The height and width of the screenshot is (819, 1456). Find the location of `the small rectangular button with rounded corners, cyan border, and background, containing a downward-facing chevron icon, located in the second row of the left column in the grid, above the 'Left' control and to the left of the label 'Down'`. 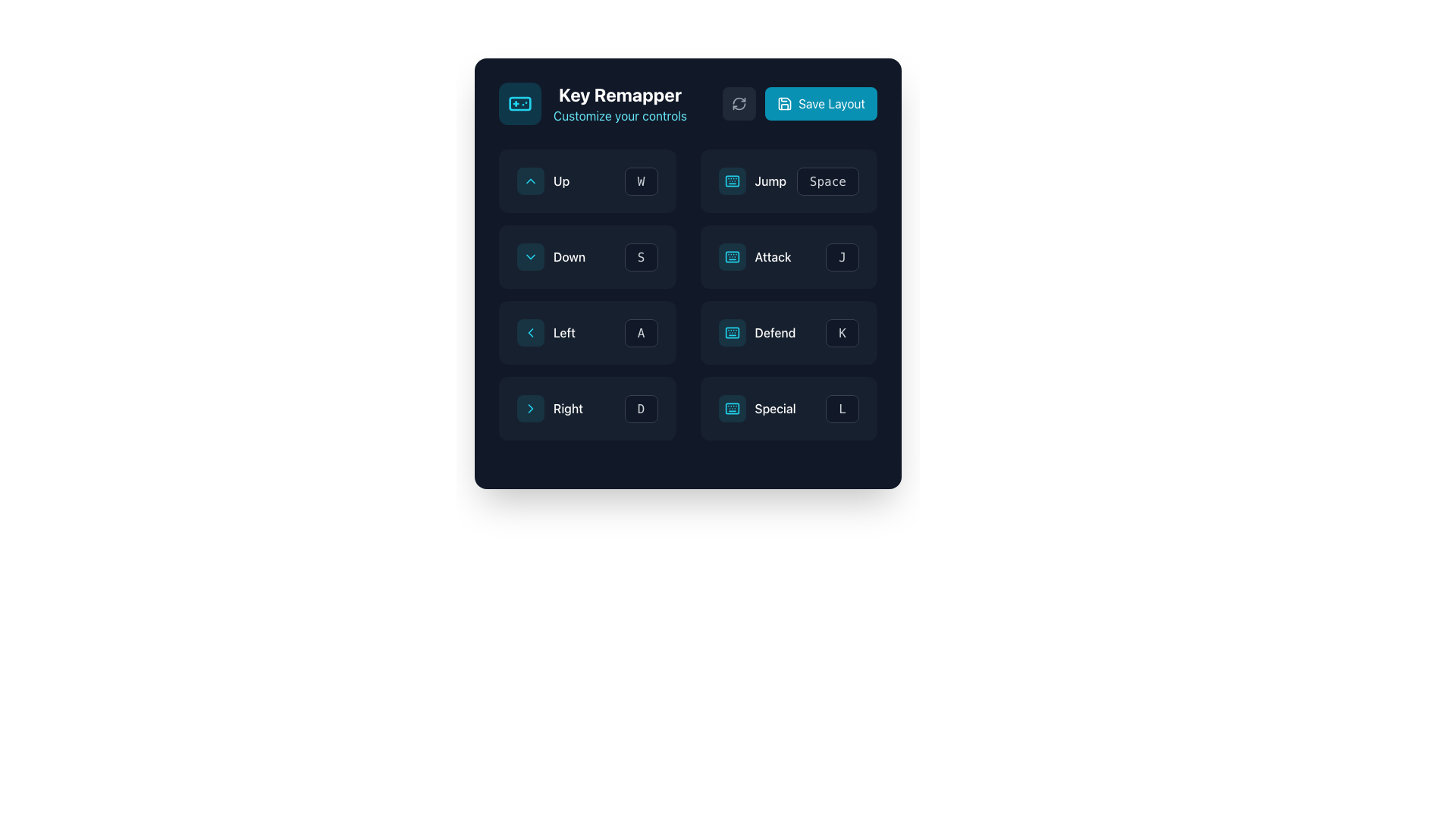

the small rectangular button with rounded corners, cyan border, and background, containing a downward-facing chevron icon, located in the second row of the left column in the grid, above the 'Left' control and to the left of the label 'Down' is located at coordinates (531, 256).